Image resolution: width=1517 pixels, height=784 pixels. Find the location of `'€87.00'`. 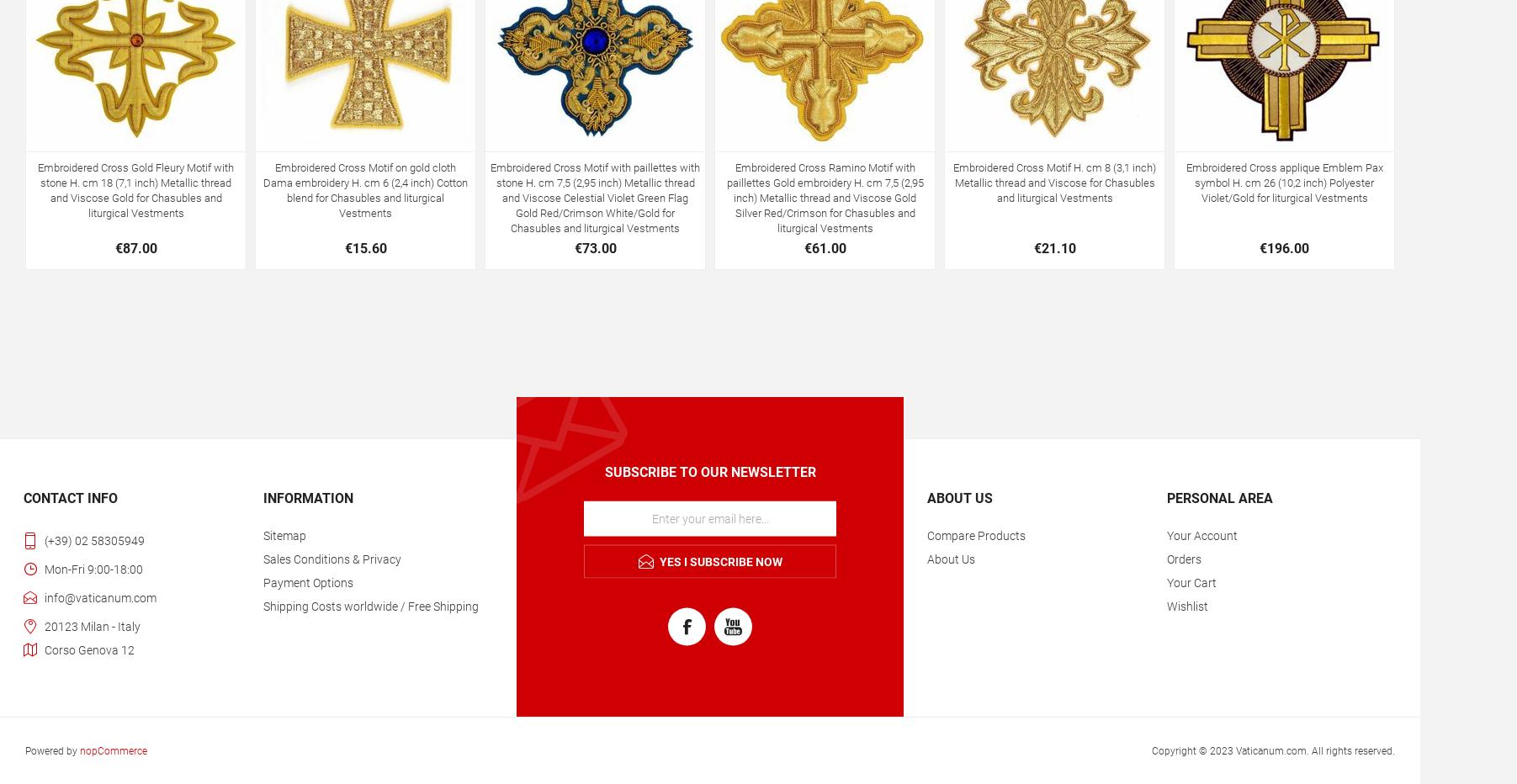

'€87.00' is located at coordinates (135, 247).